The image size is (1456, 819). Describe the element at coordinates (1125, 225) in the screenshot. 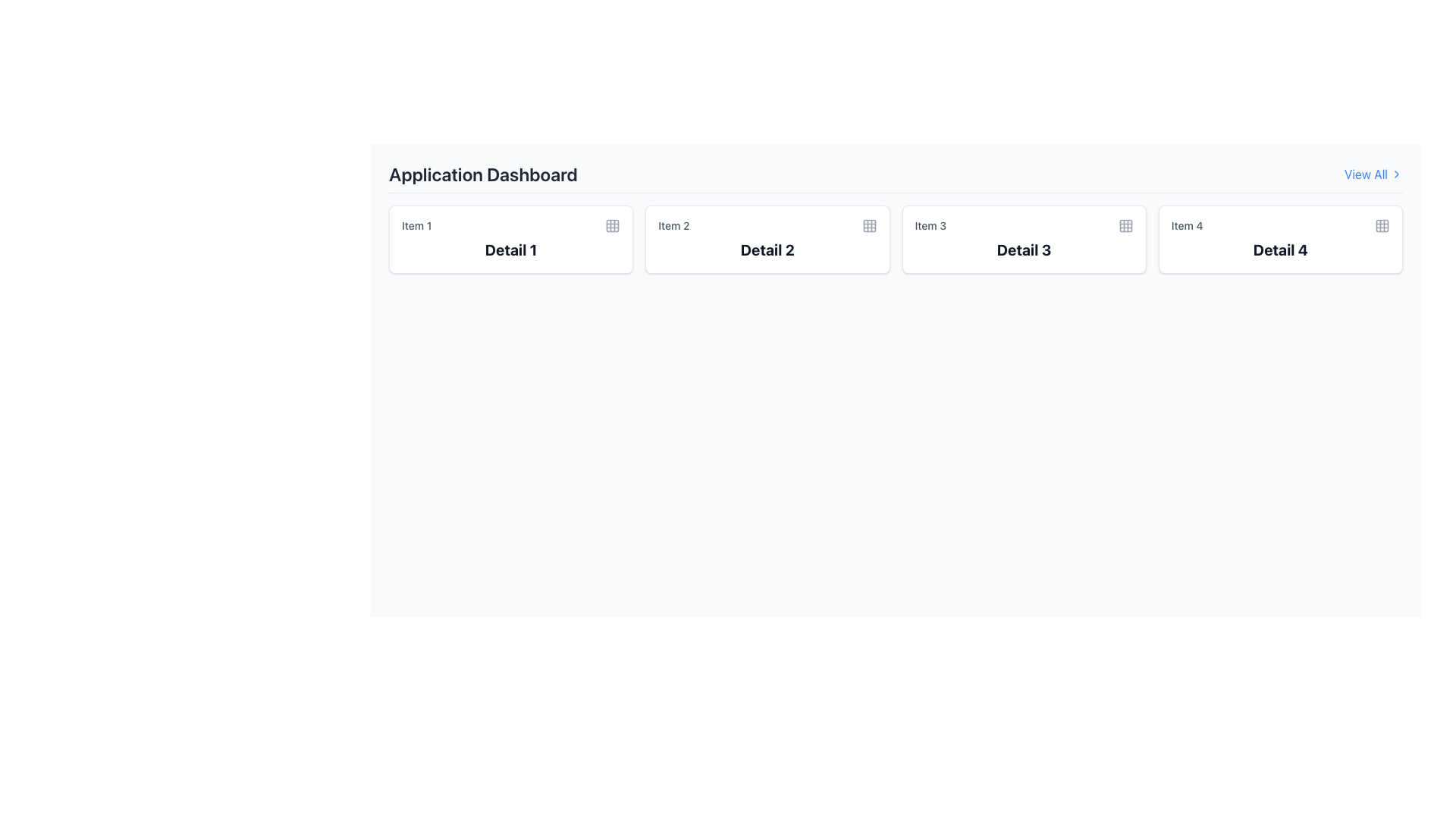

I see `the top-left cell of the 3x3 grid structure represented by a rounded rectangle within the SVG grid icon, located next to the 'Detail 3' label` at that location.